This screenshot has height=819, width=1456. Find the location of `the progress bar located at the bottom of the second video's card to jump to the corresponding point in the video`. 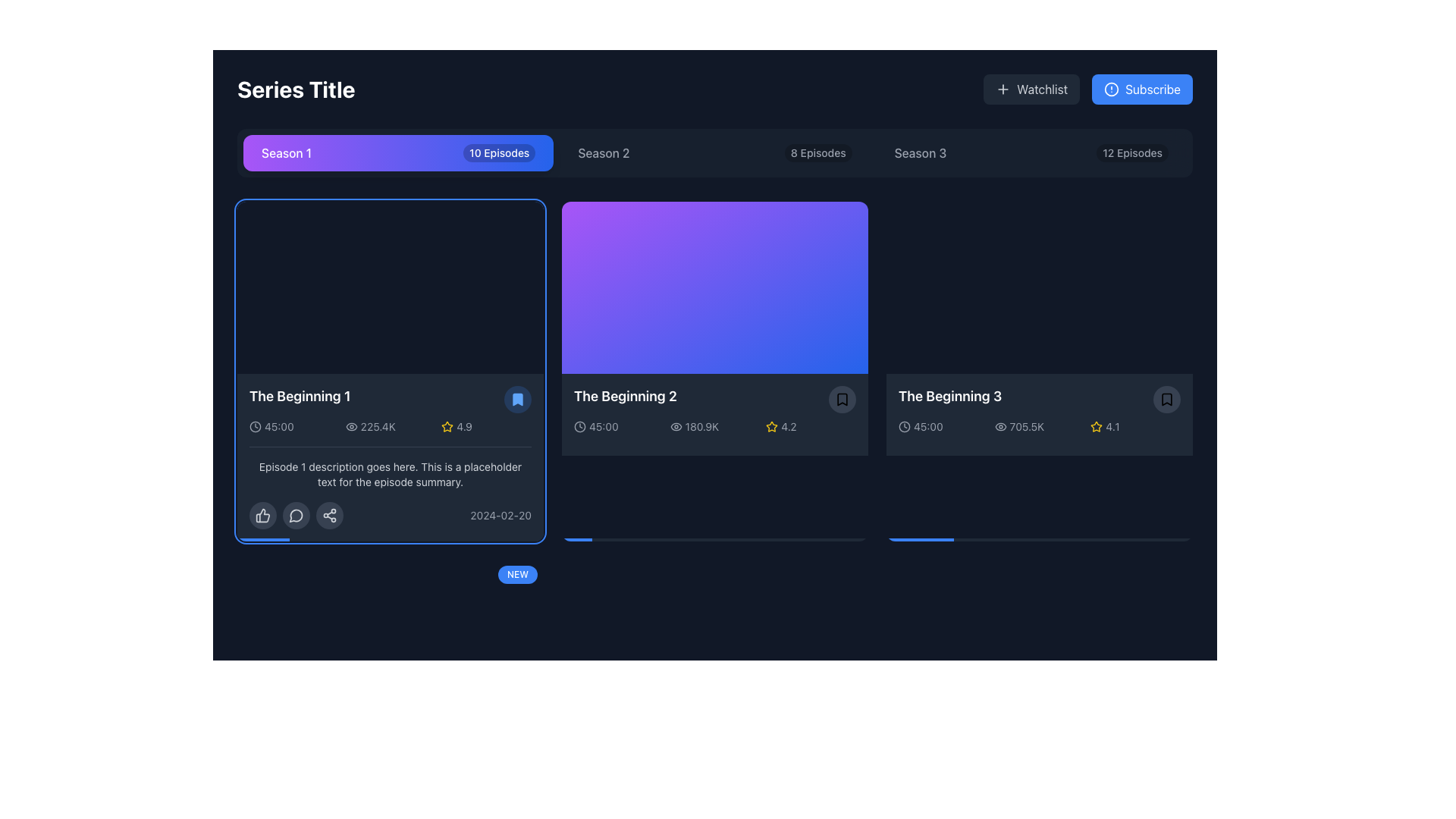

the progress bar located at the bottom of the second video's card to jump to the corresponding point in the video is located at coordinates (714, 539).